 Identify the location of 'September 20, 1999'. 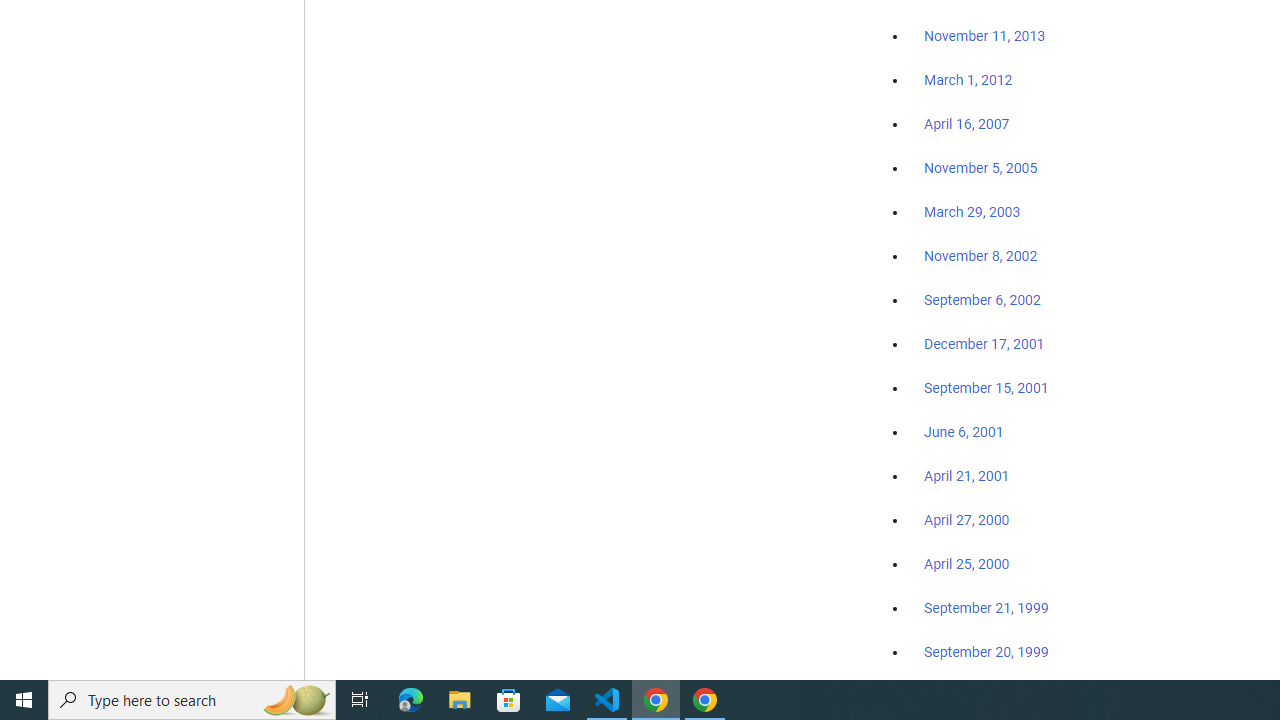
(986, 651).